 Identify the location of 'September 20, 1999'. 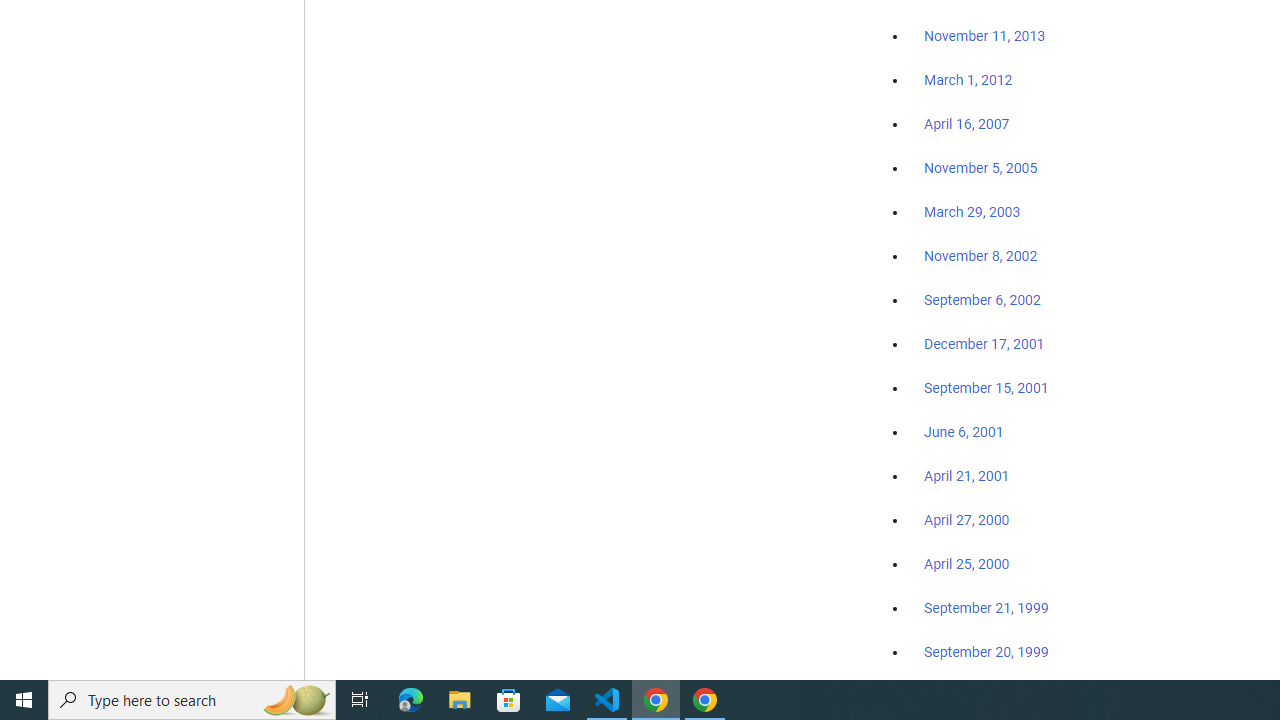
(986, 651).